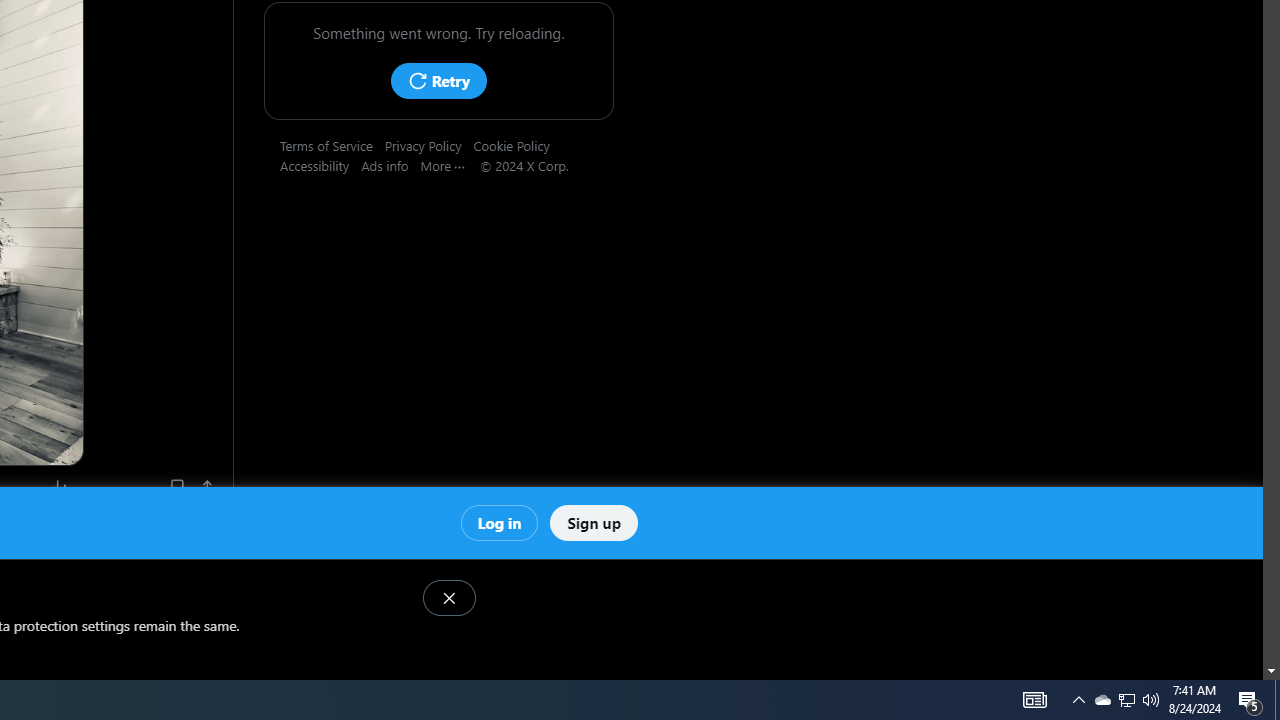 The width and height of the screenshot is (1280, 720). I want to click on 'More', so click(449, 164).